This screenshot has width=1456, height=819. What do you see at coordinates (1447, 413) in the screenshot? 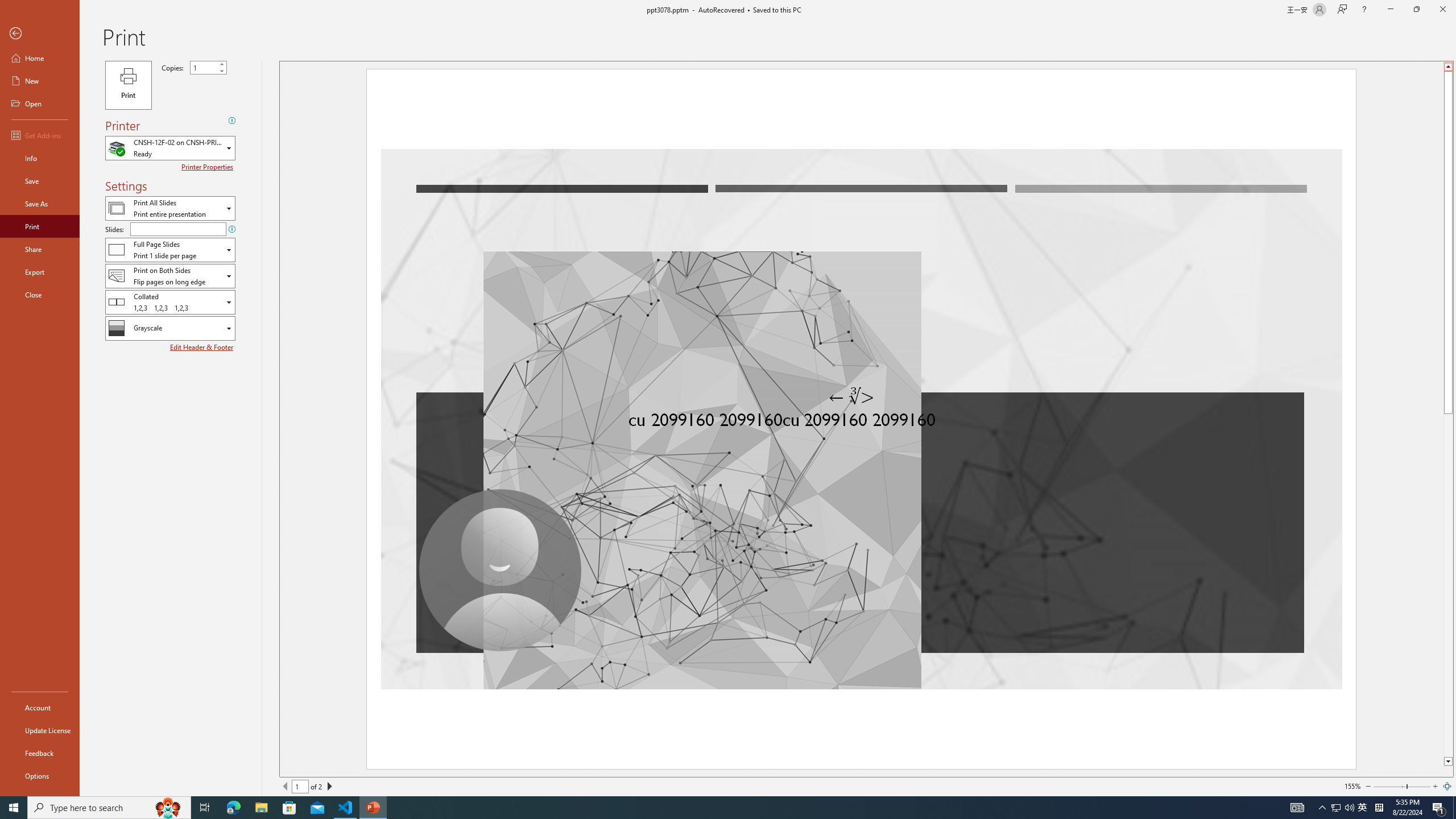
I see `'Class: NetUIScrollBar'` at bounding box center [1447, 413].